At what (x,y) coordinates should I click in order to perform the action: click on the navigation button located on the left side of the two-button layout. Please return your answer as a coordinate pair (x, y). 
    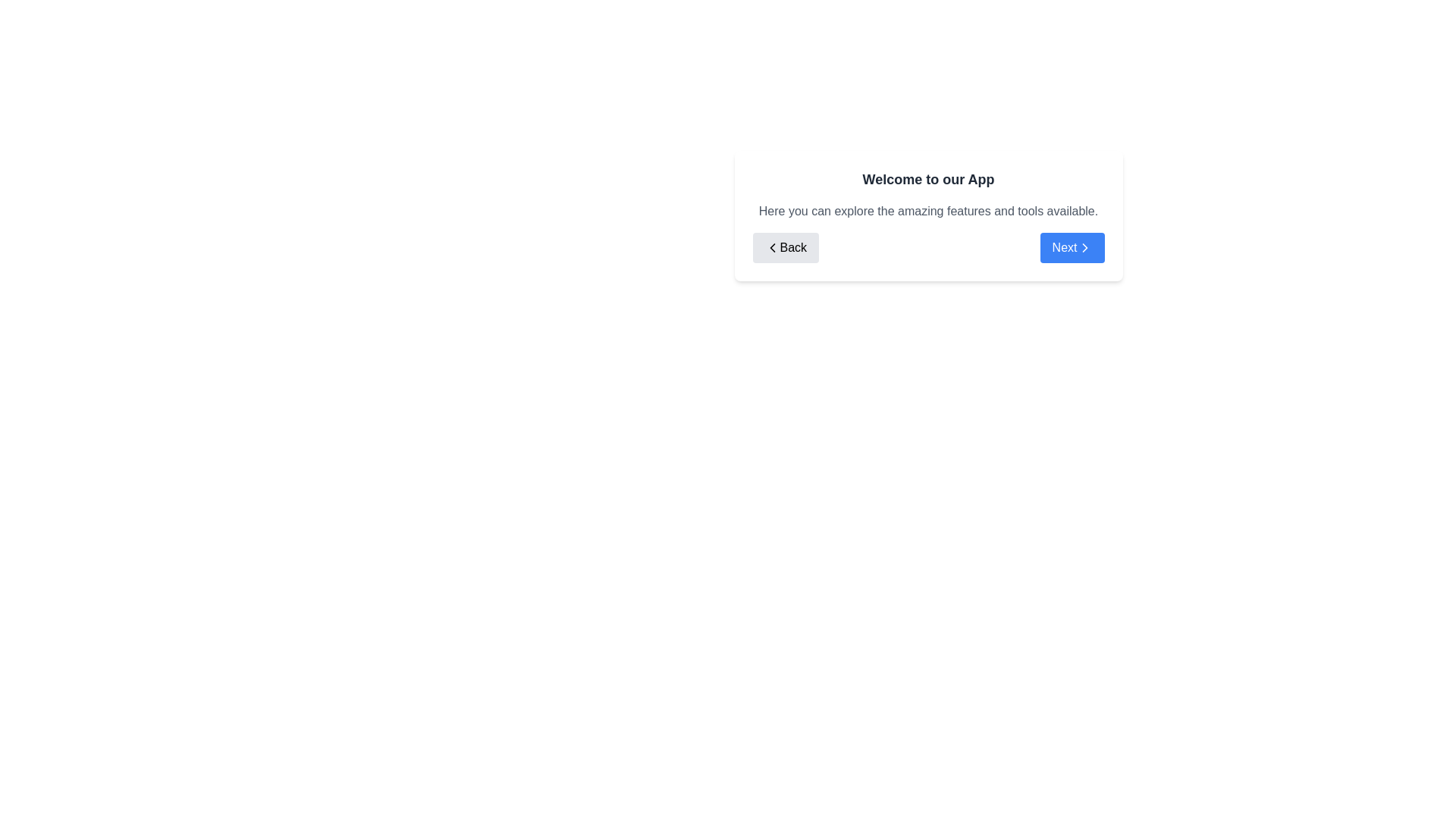
    Looking at the image, I should click on (786, 247).